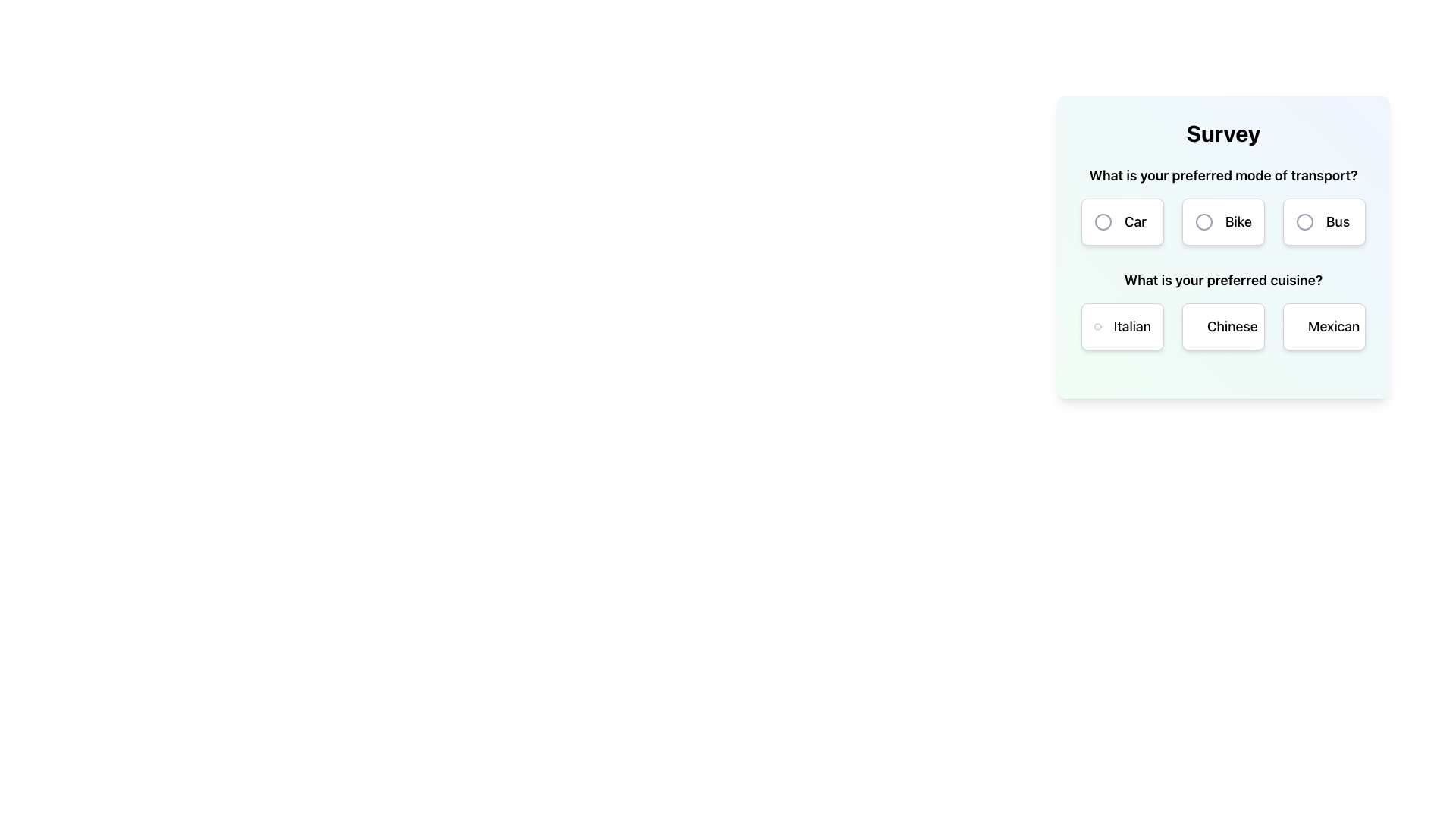 The image size is (1456, 819). I want to click on the radio button visual marker for the option 'Car' in the section titled 'What is your preferred mode of transport?', so click(1103, 222).